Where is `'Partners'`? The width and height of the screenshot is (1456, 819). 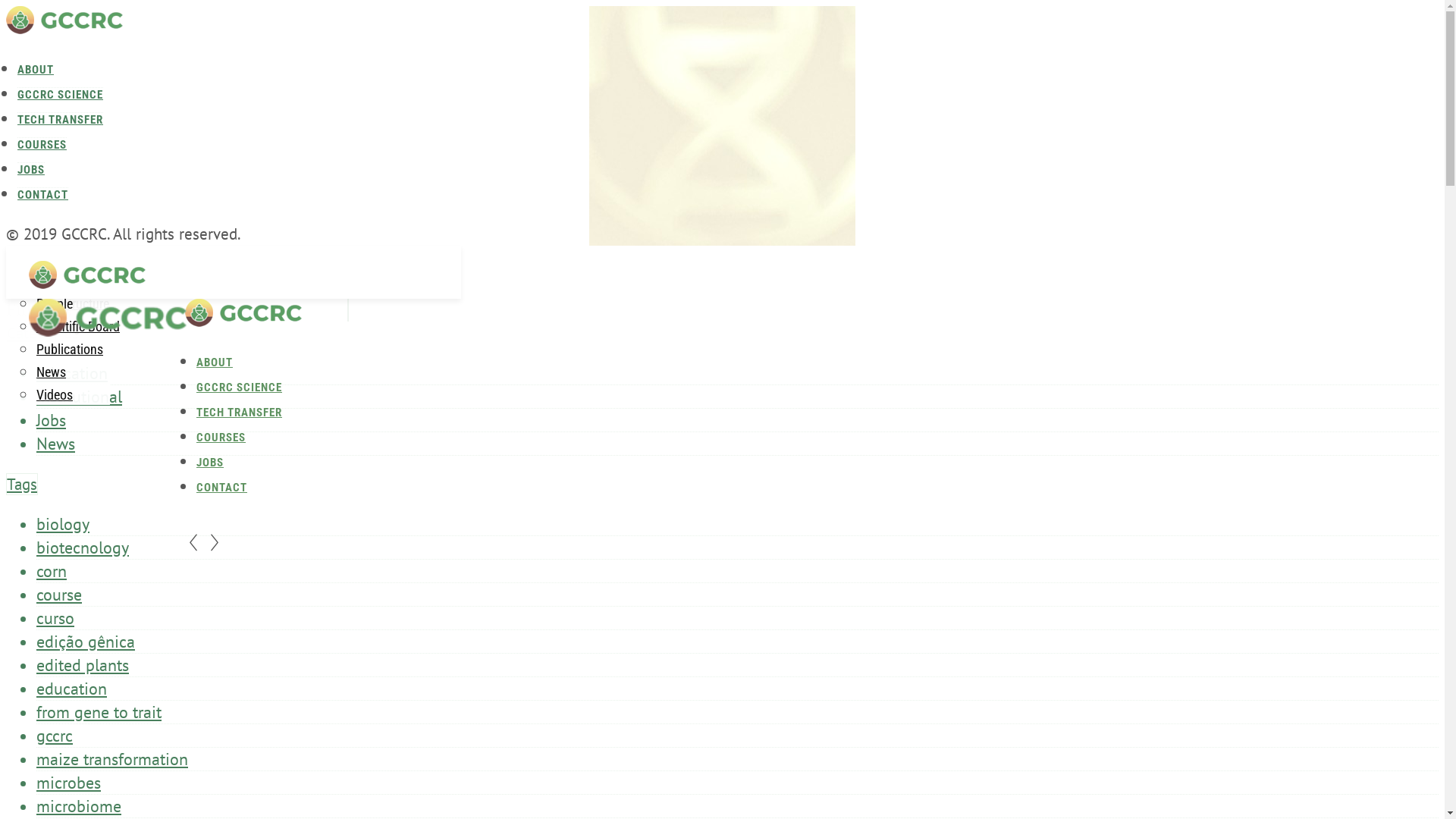 'Partners' is located at coordinates (36, 349).